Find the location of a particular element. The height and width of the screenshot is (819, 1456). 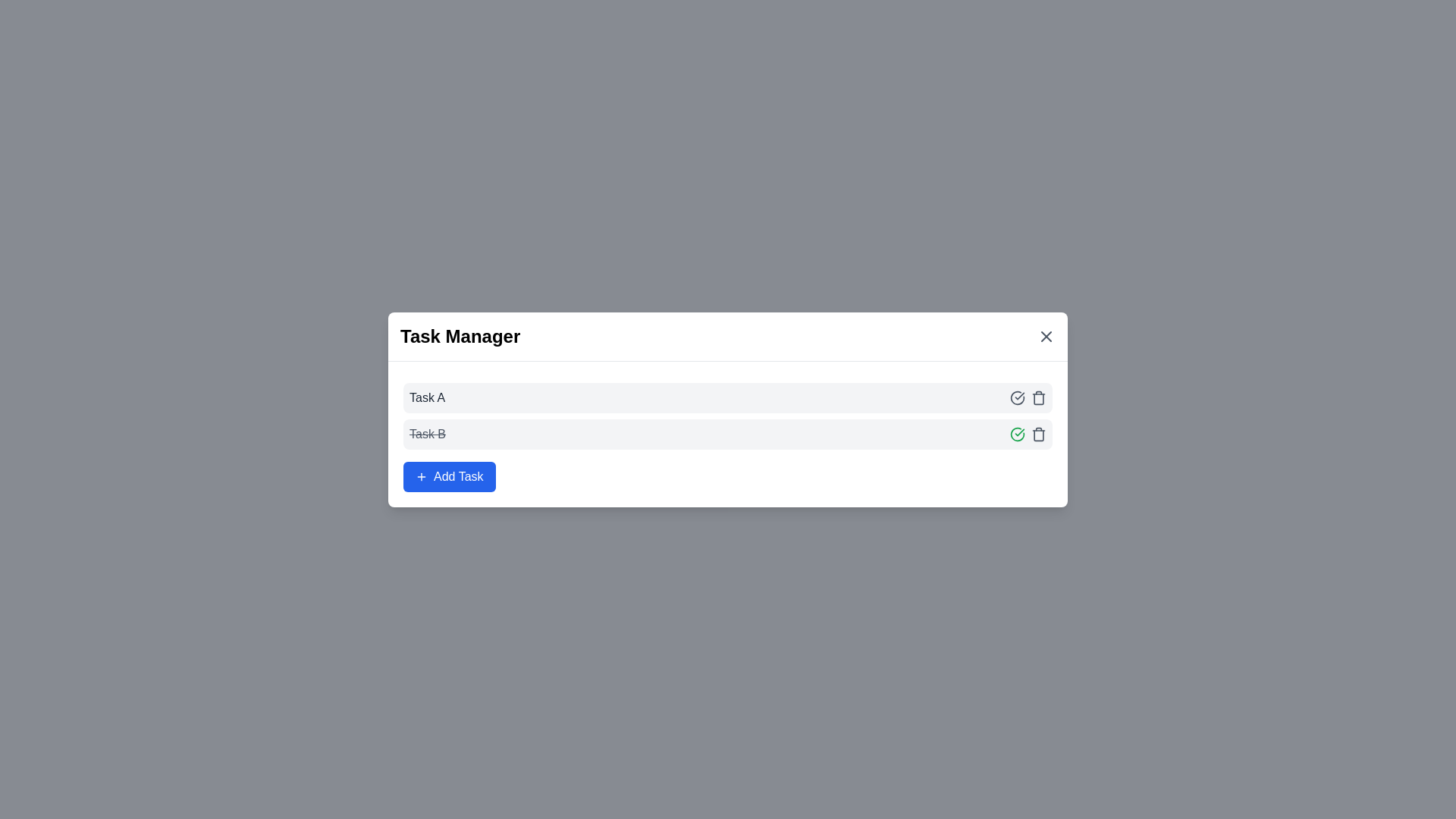

the 'Add Task' button with a blue background and white text is located at coordinates (448, 475).